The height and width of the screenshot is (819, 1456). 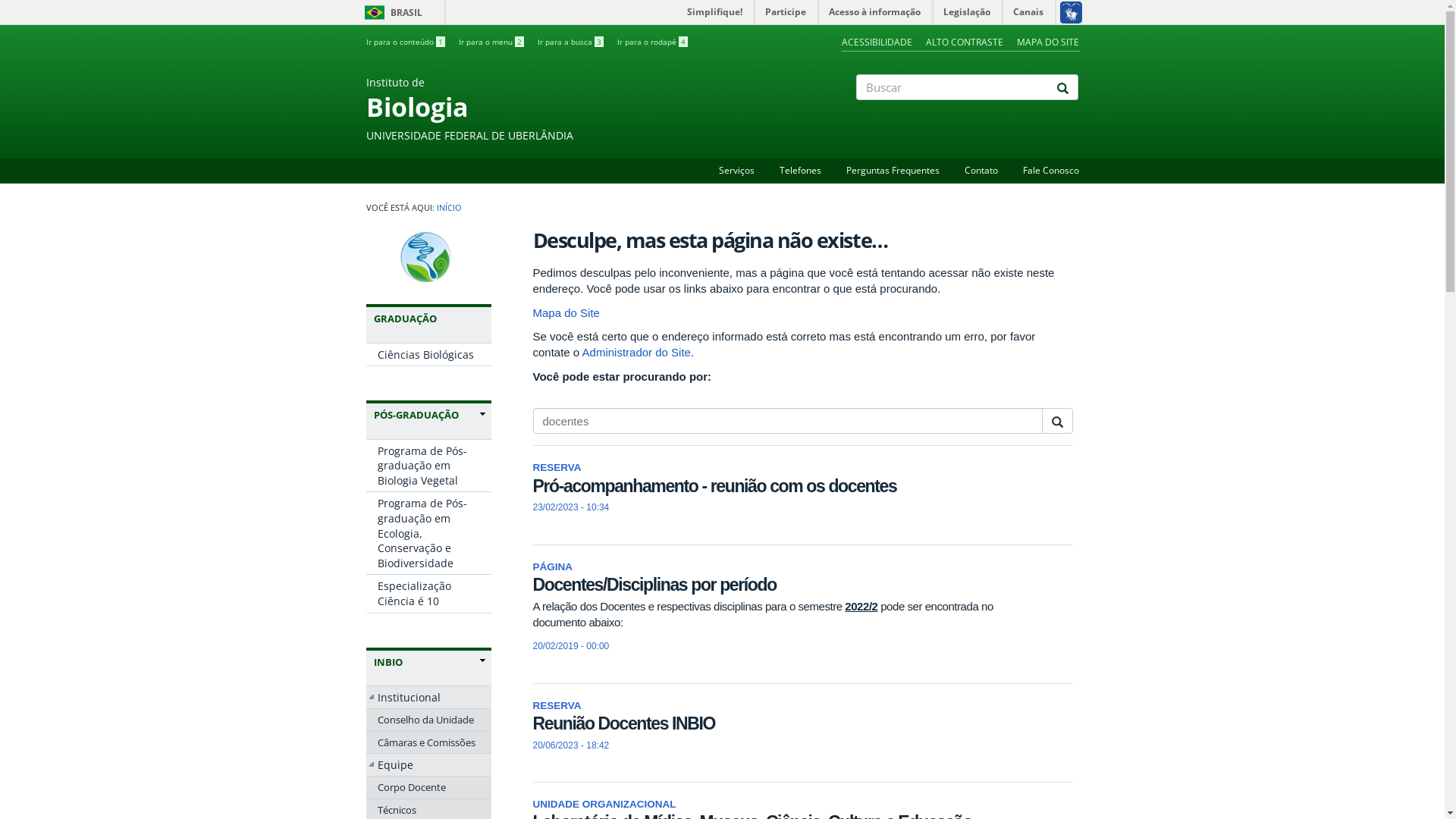 I want to click on 'Conselho da Unidade', so click(x=427, y=718).